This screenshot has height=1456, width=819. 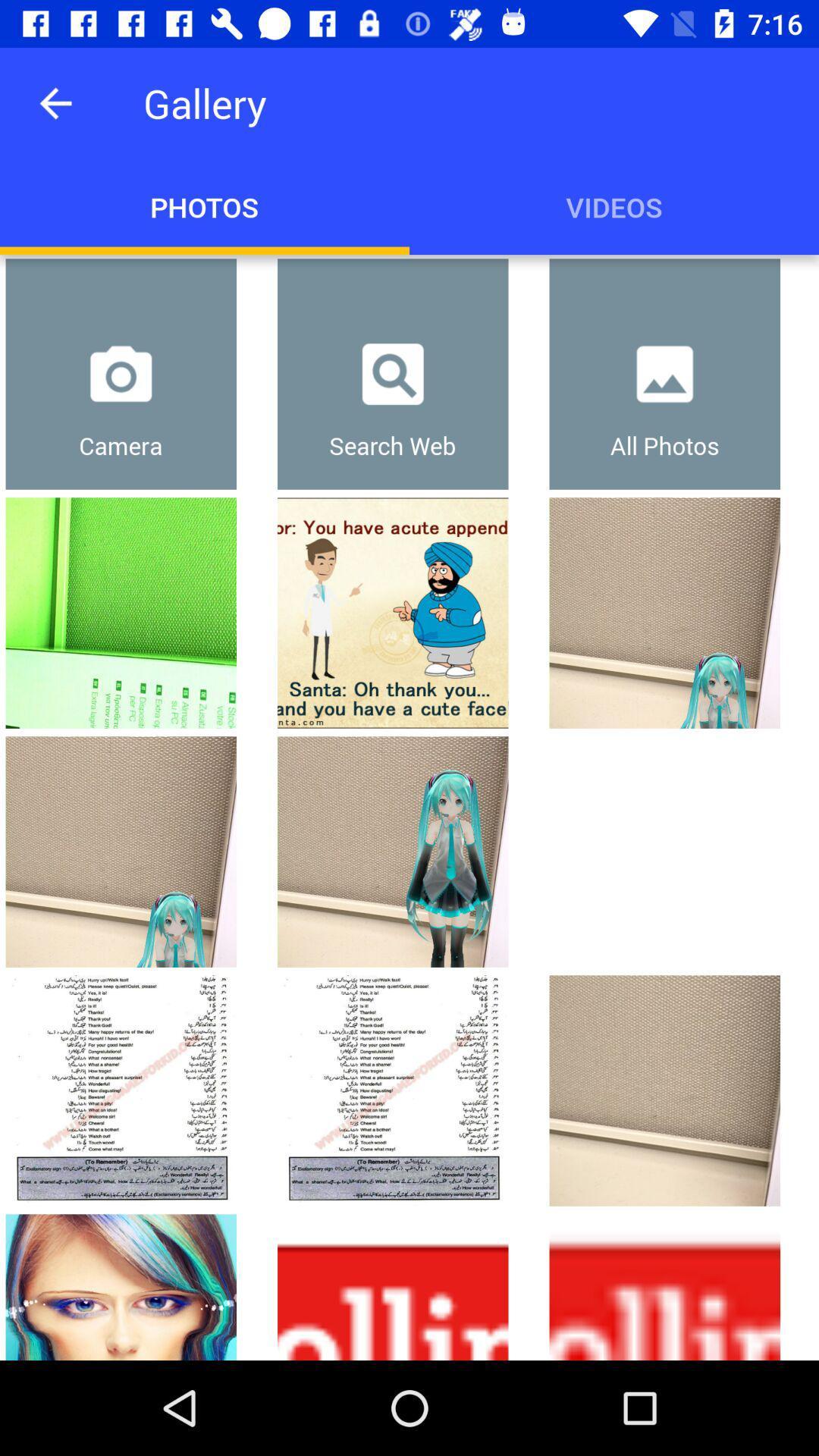 What do you see at coordinates (120, 852) in the screenshot?
I see `the second picture positioned vertically under the camera` at bounding box center [120, 852].